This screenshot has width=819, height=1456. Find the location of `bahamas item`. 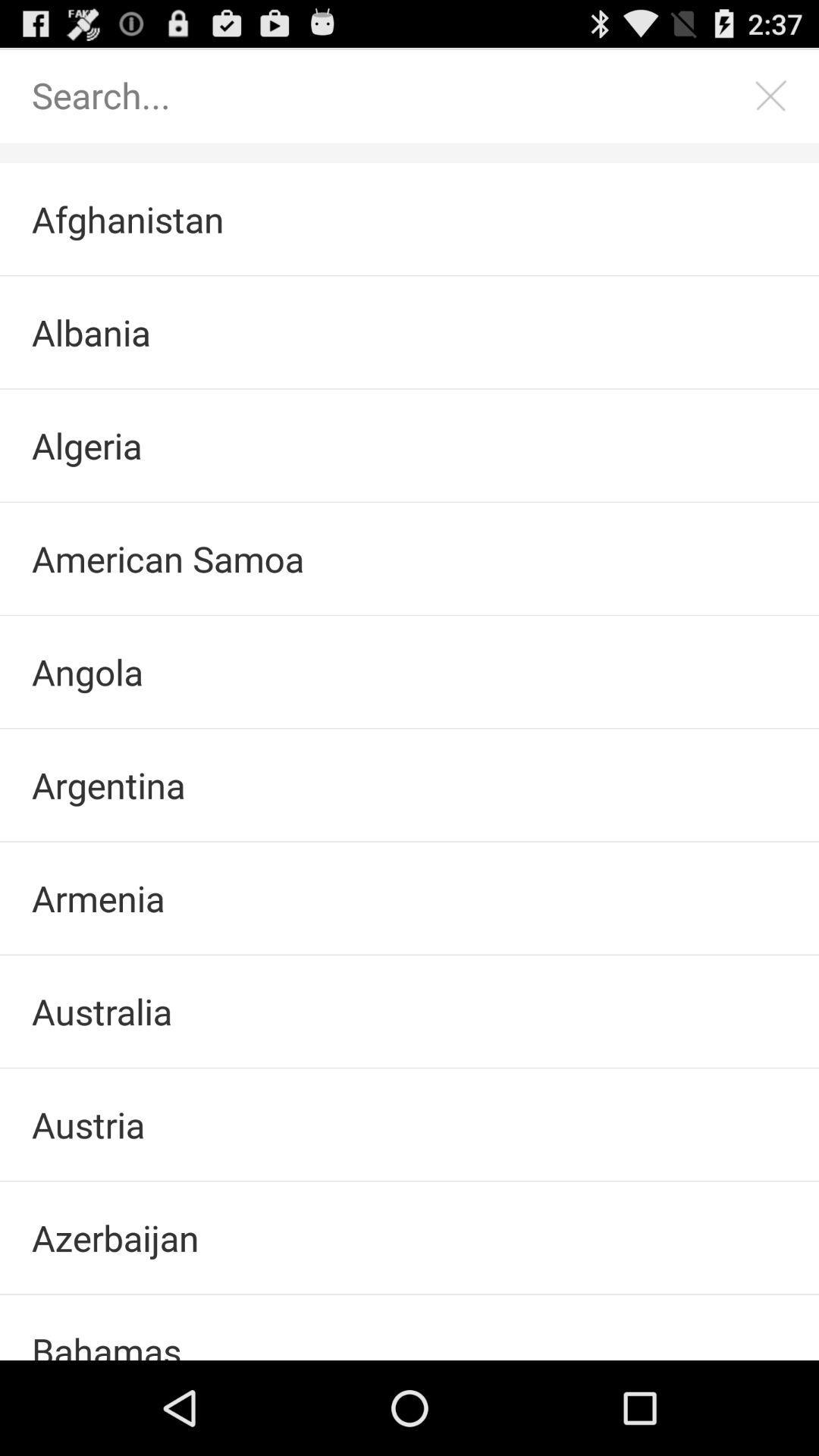

bahamas item is located at coordinates (409, 1326).